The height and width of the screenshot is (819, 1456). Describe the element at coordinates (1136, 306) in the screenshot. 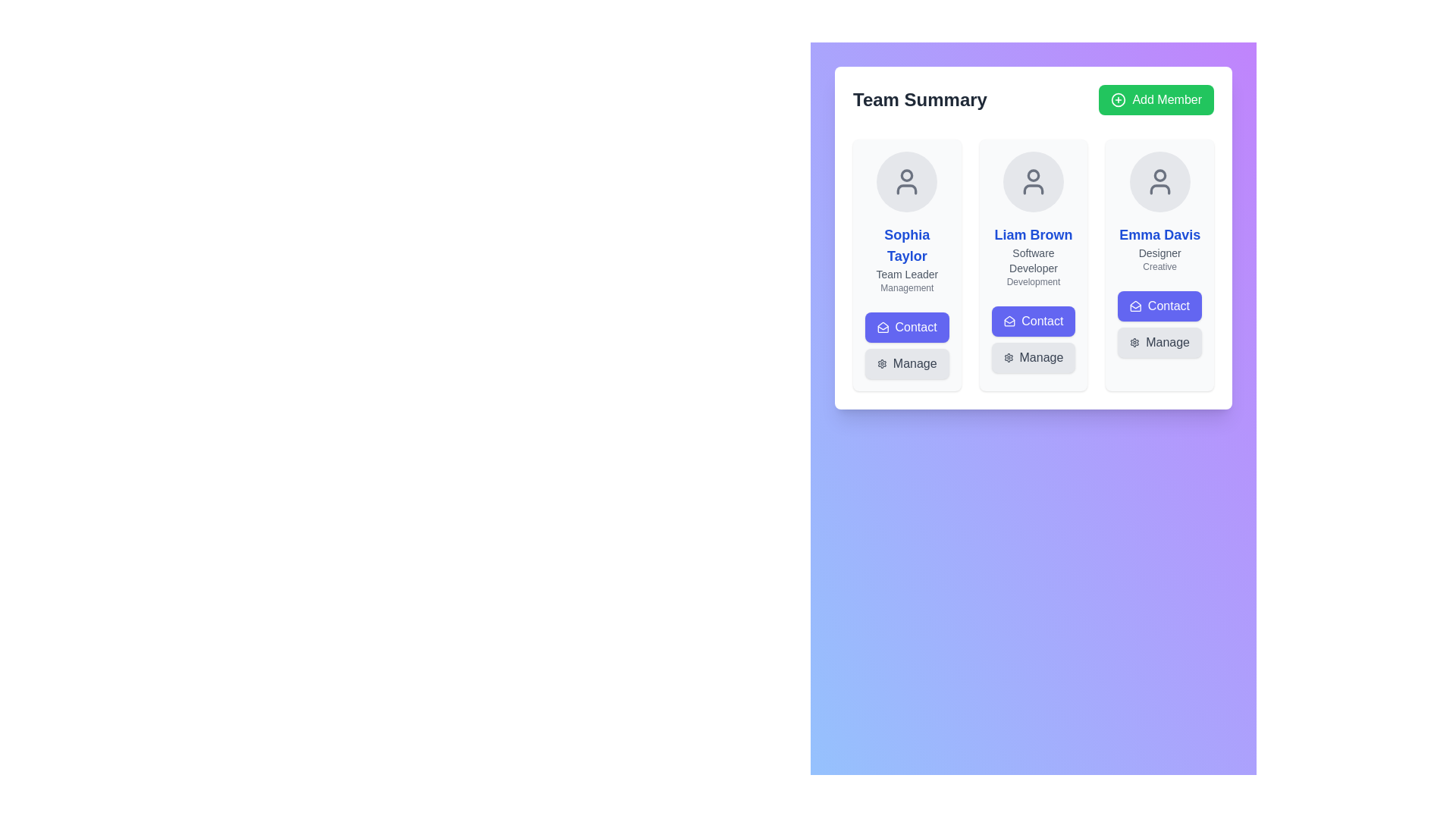

I see `the mail or contact vector icon located within the 'Contact' button on the third card labeled 'Emma Davis'` at that location.